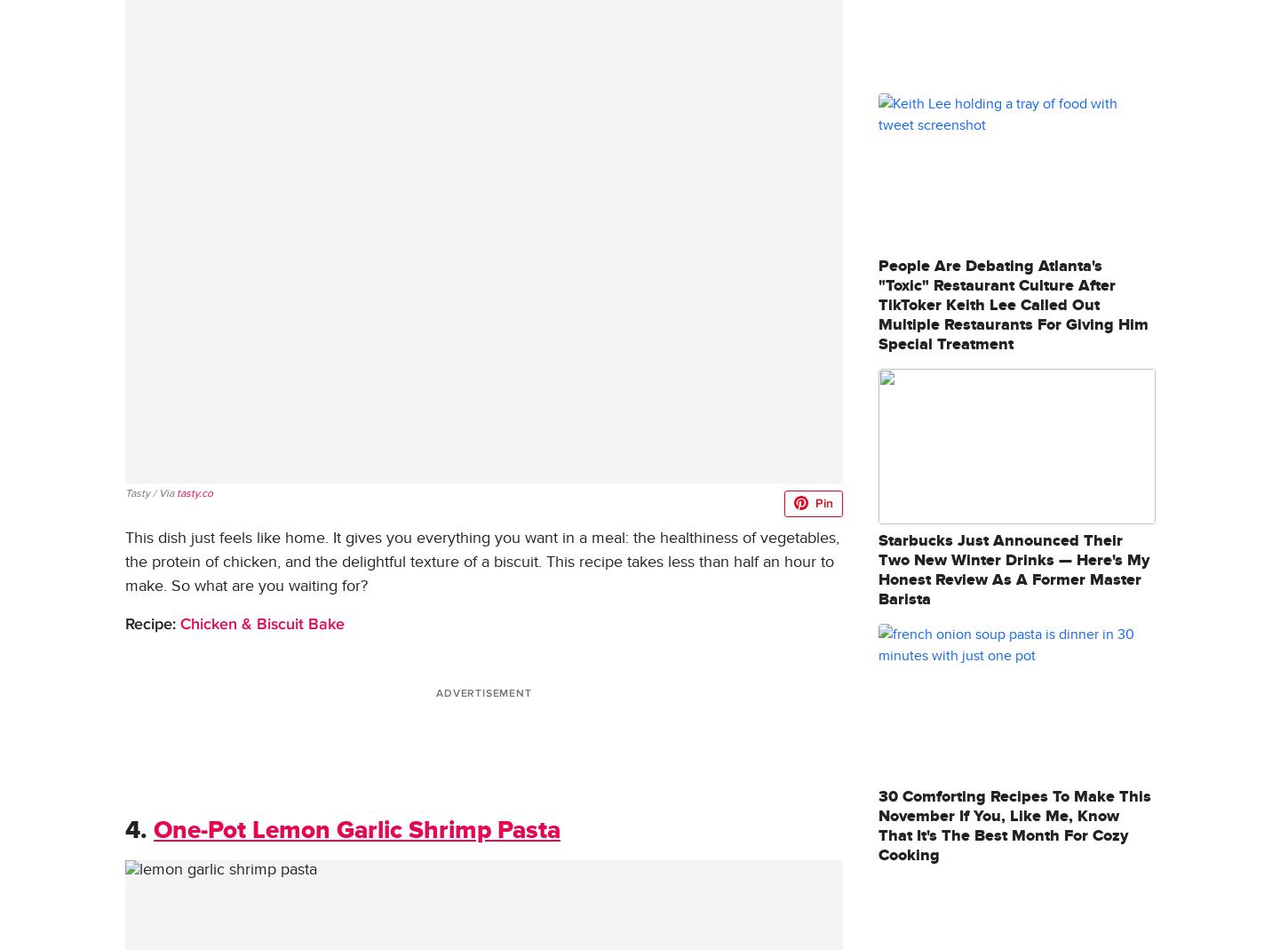 Image resolution: width=1288 pixels, height=950 pixels. Describe the element at coordinates (483, 692) in the screenshot. I see `'ADVERTISEMENT'` at that location.